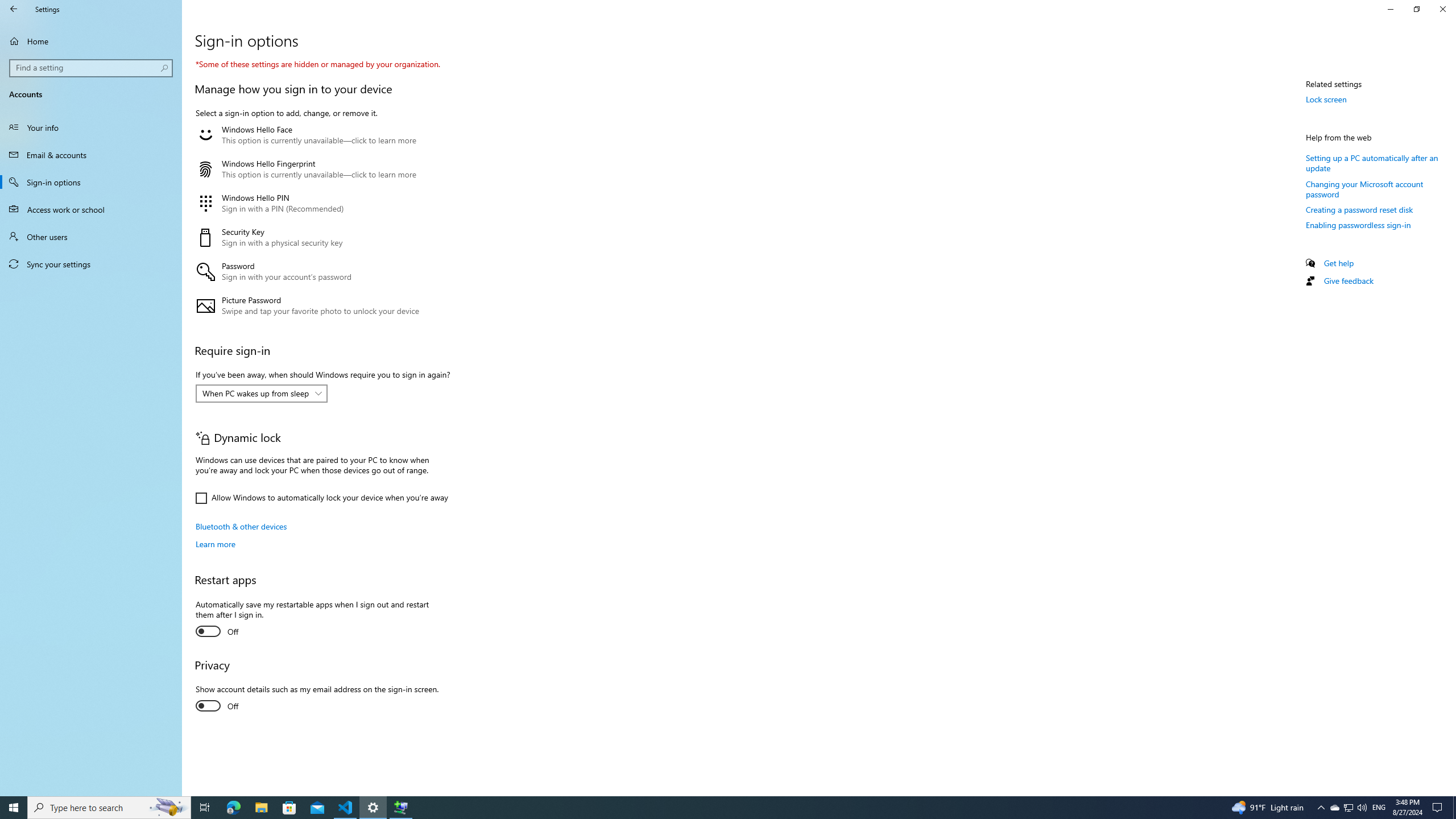  I want to click on 'Extensible Wizards Host Process - 1 running window', so click(401, 806).